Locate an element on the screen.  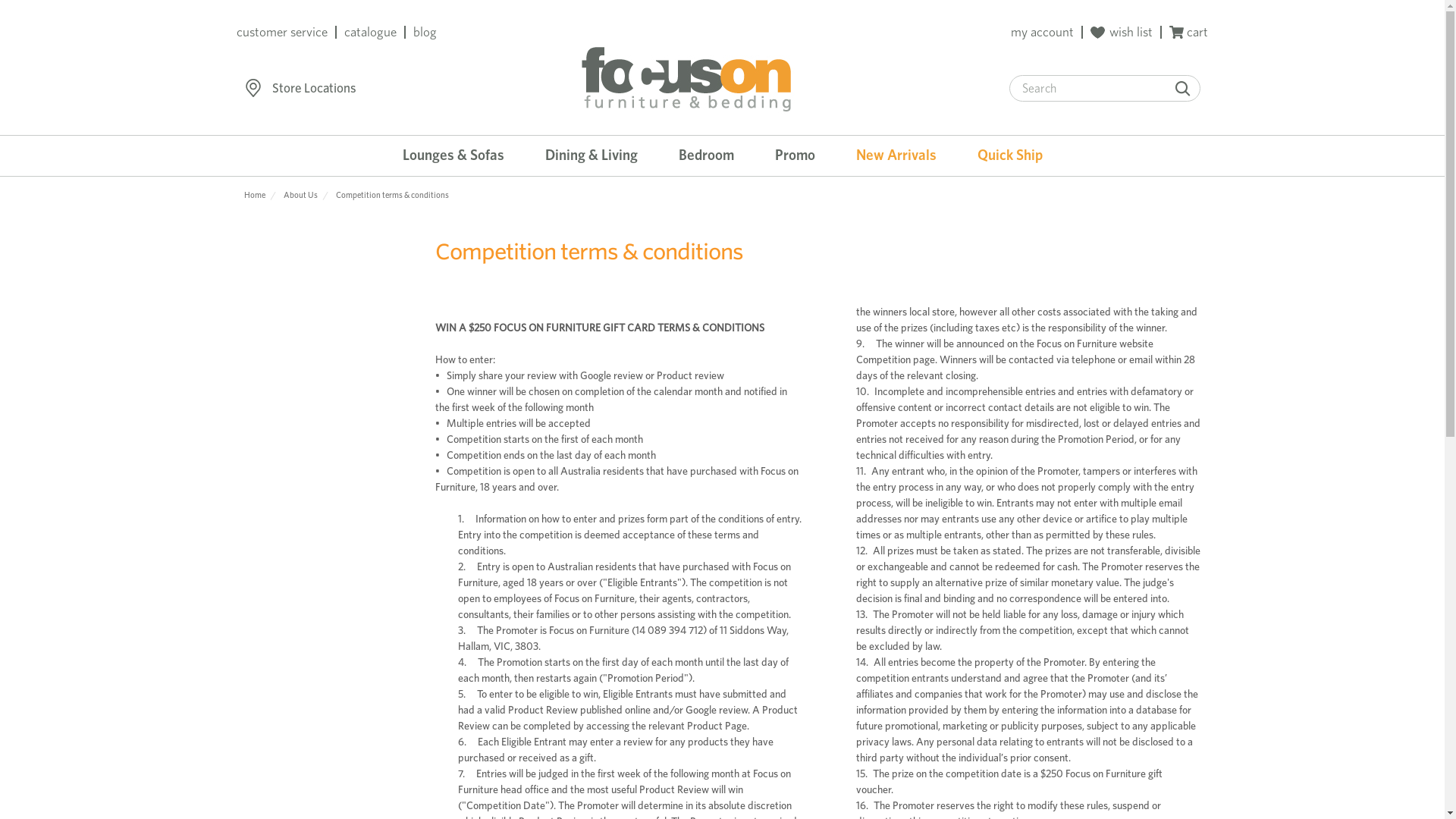
'Lounges & Sofas' is located at coordinates (453, 155).